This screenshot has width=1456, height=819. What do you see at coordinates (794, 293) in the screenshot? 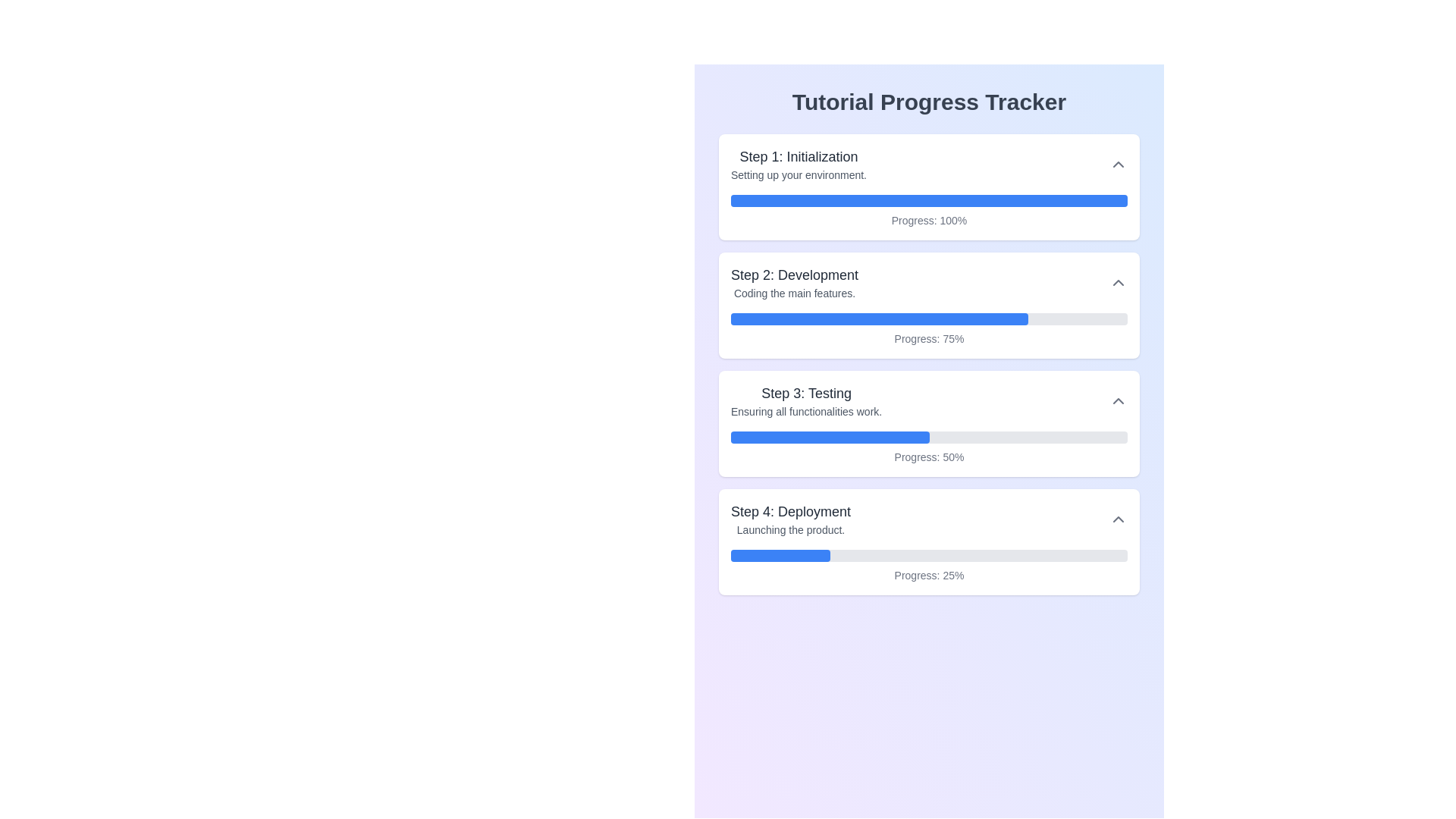
I see `the static text element that reads 'Coding the main features.' which is located beneath 'Step 2: Development' in the 'Tutorial Progress Tracker' card` at bounding box center [794, 293].